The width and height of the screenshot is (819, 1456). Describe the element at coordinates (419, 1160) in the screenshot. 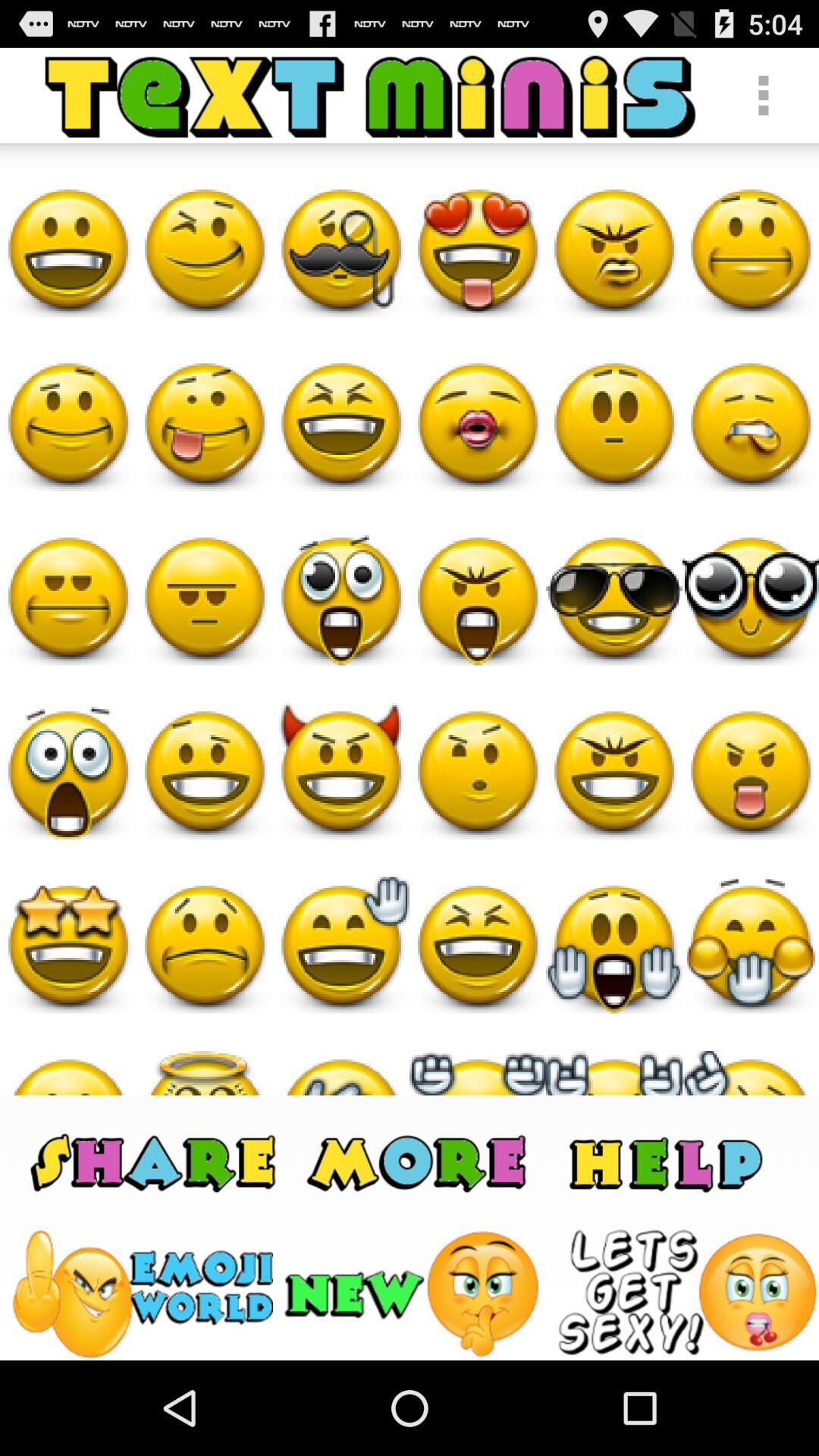

I see `show more emotes` at that location.